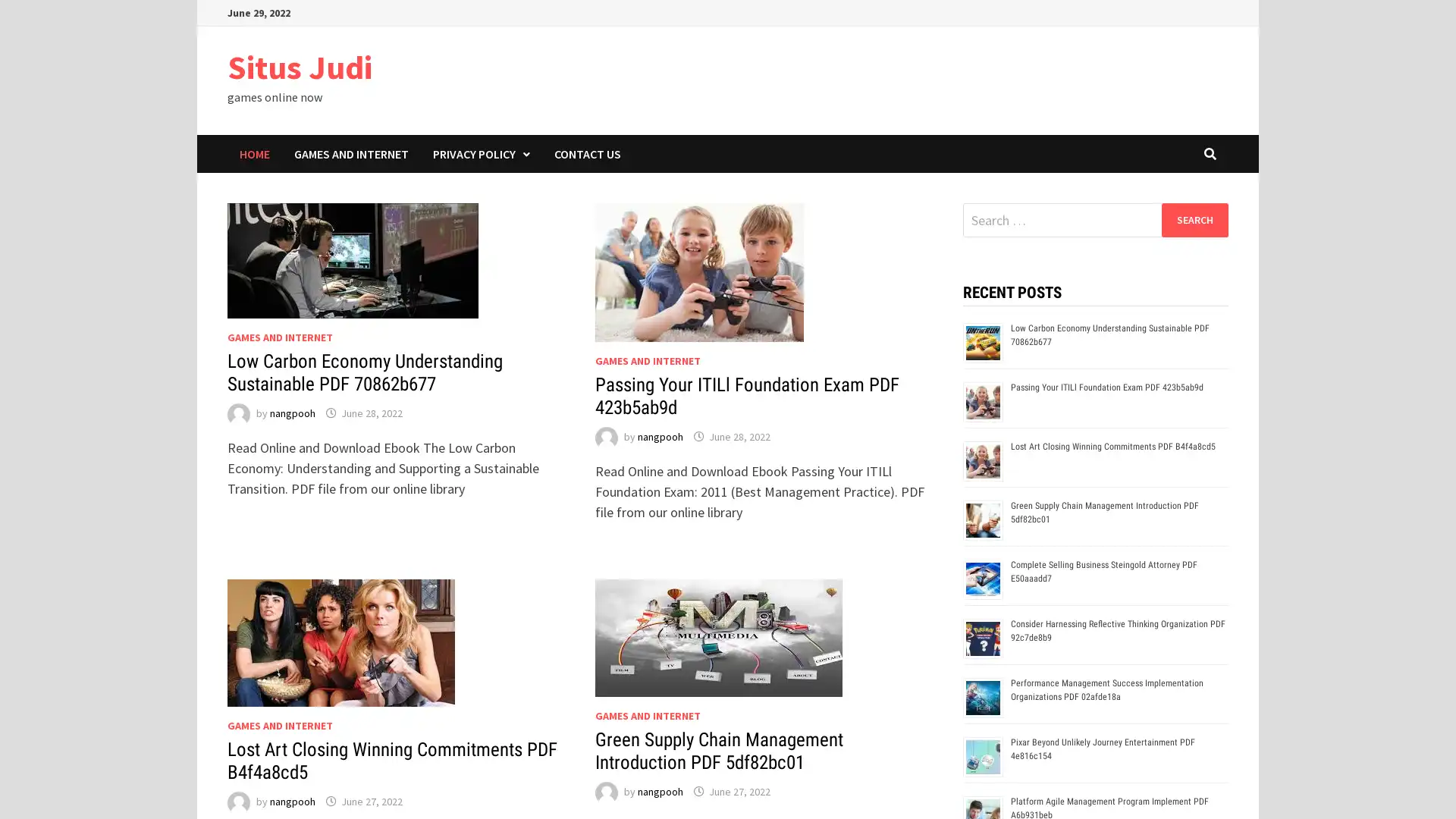  Describe the element at coordinates (1194, 219) in the screenshot. I see `Search` at that location.